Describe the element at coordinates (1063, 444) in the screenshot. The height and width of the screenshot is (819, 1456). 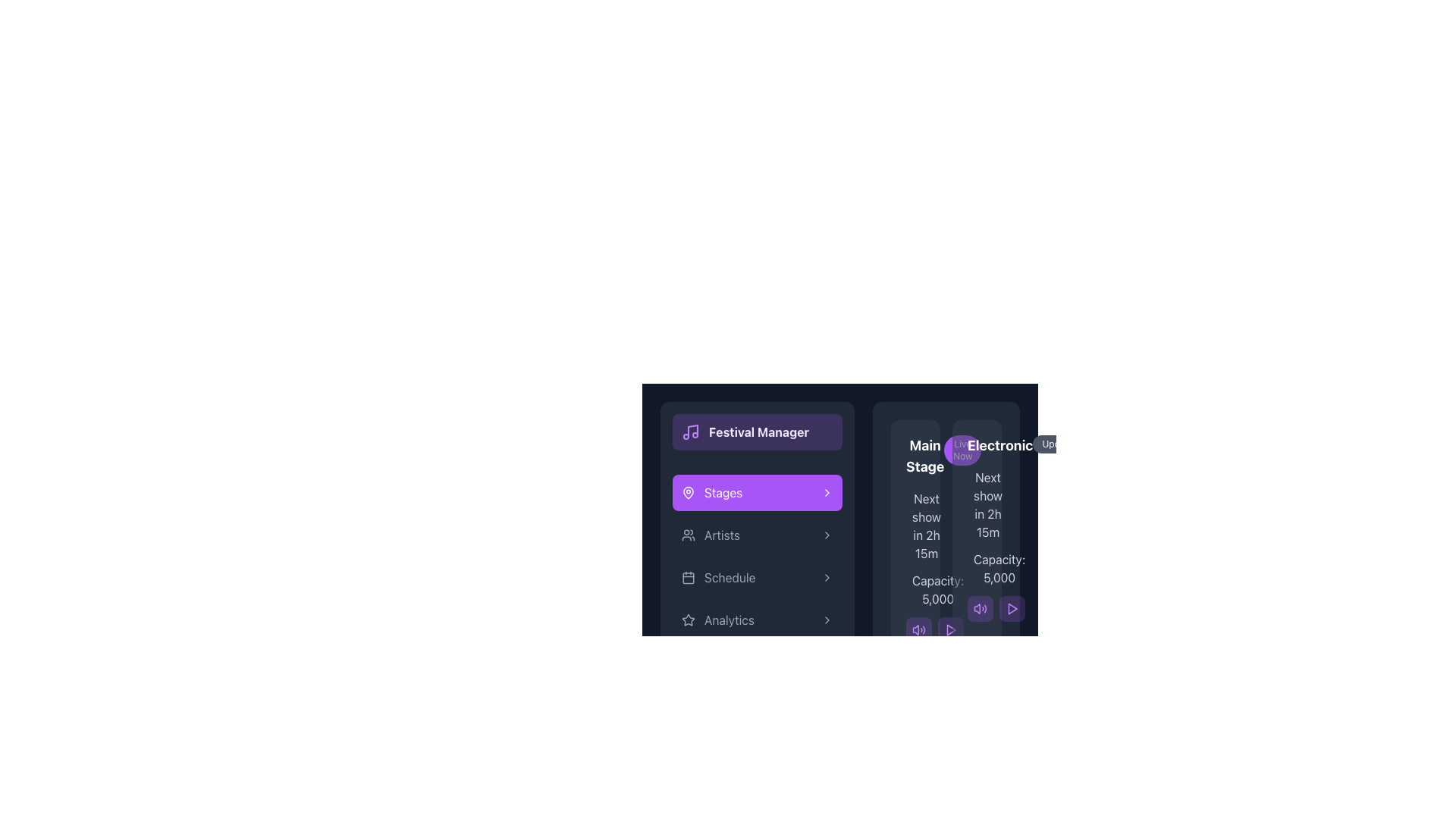
I see `the 'Upcoming' badge, a small rounded rectangular element with a dark gray background and white text, positioned next to the text 'Electronic'` at that location.